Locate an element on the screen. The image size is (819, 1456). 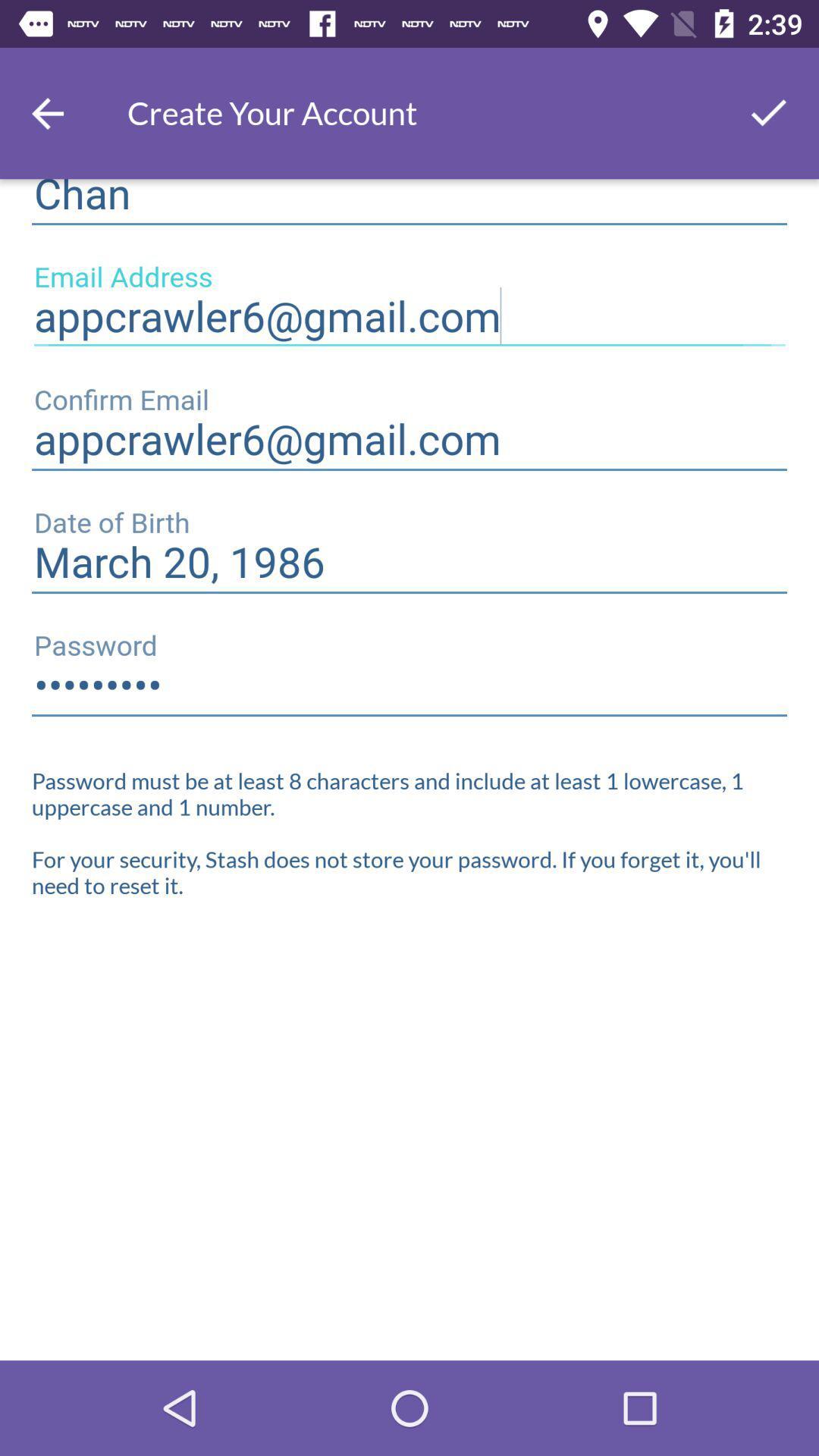
the arrow_backward icon is located at coordinates (46, 112).